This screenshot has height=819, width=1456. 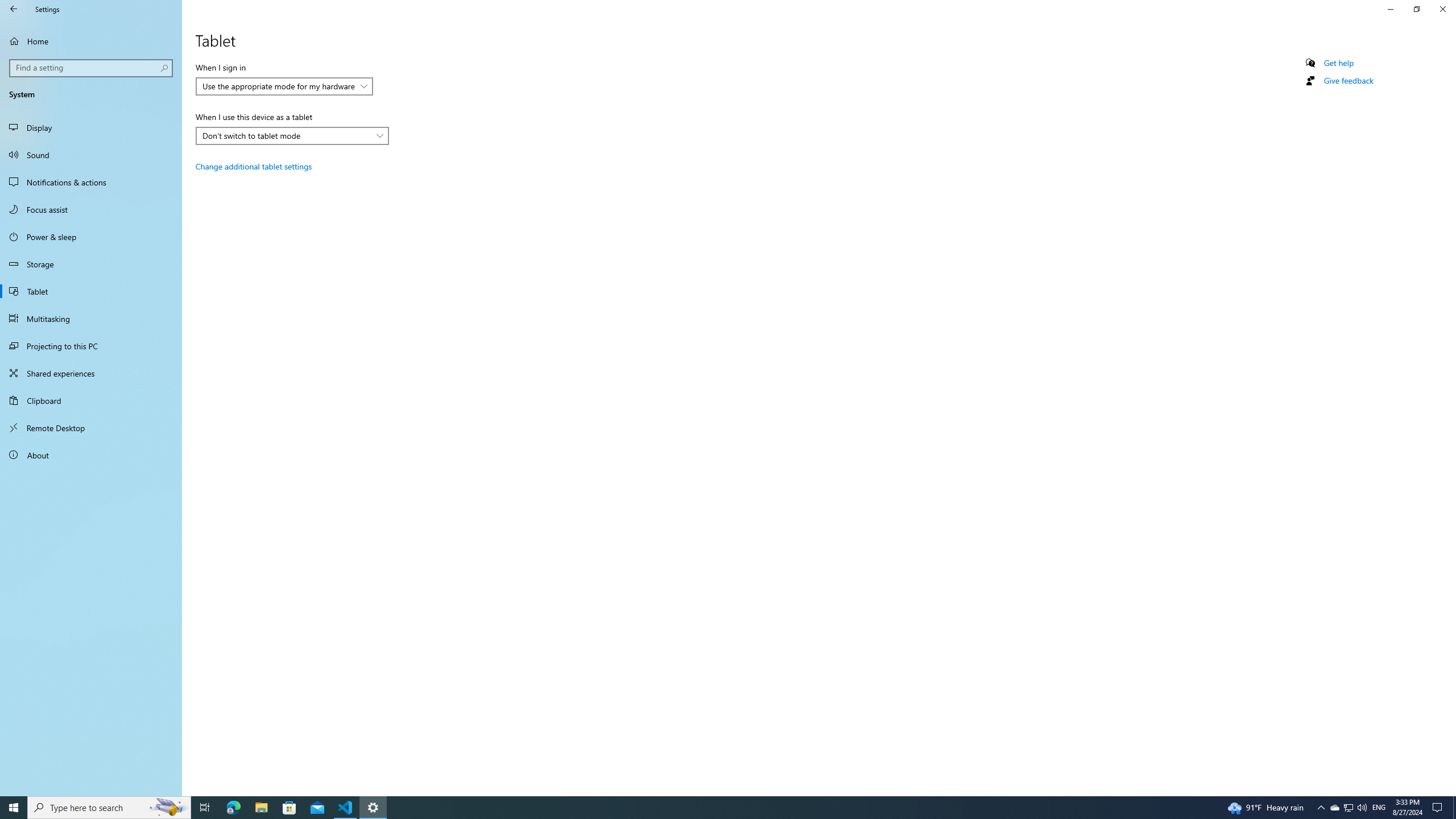 I want to click on 'Projecting to this PC', so click(x=90, y=346).